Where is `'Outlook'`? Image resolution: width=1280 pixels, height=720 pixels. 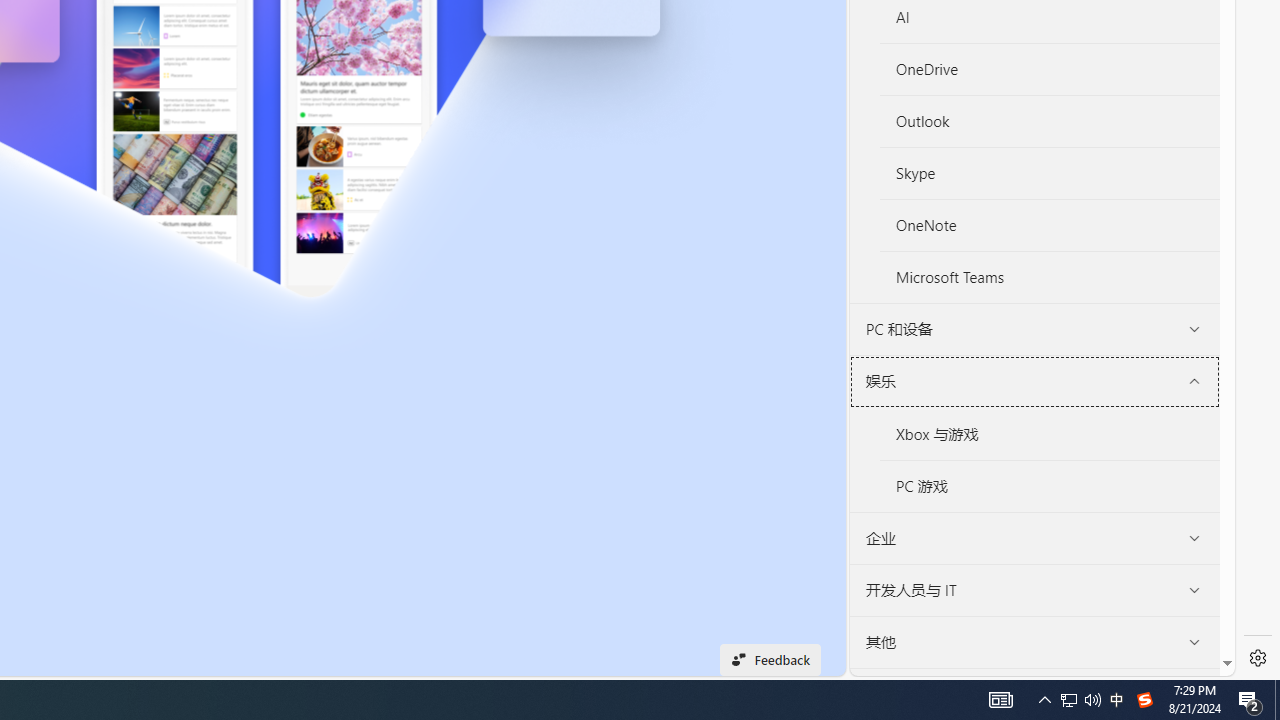 'Outlook' is located at coordinates (1048, 121).